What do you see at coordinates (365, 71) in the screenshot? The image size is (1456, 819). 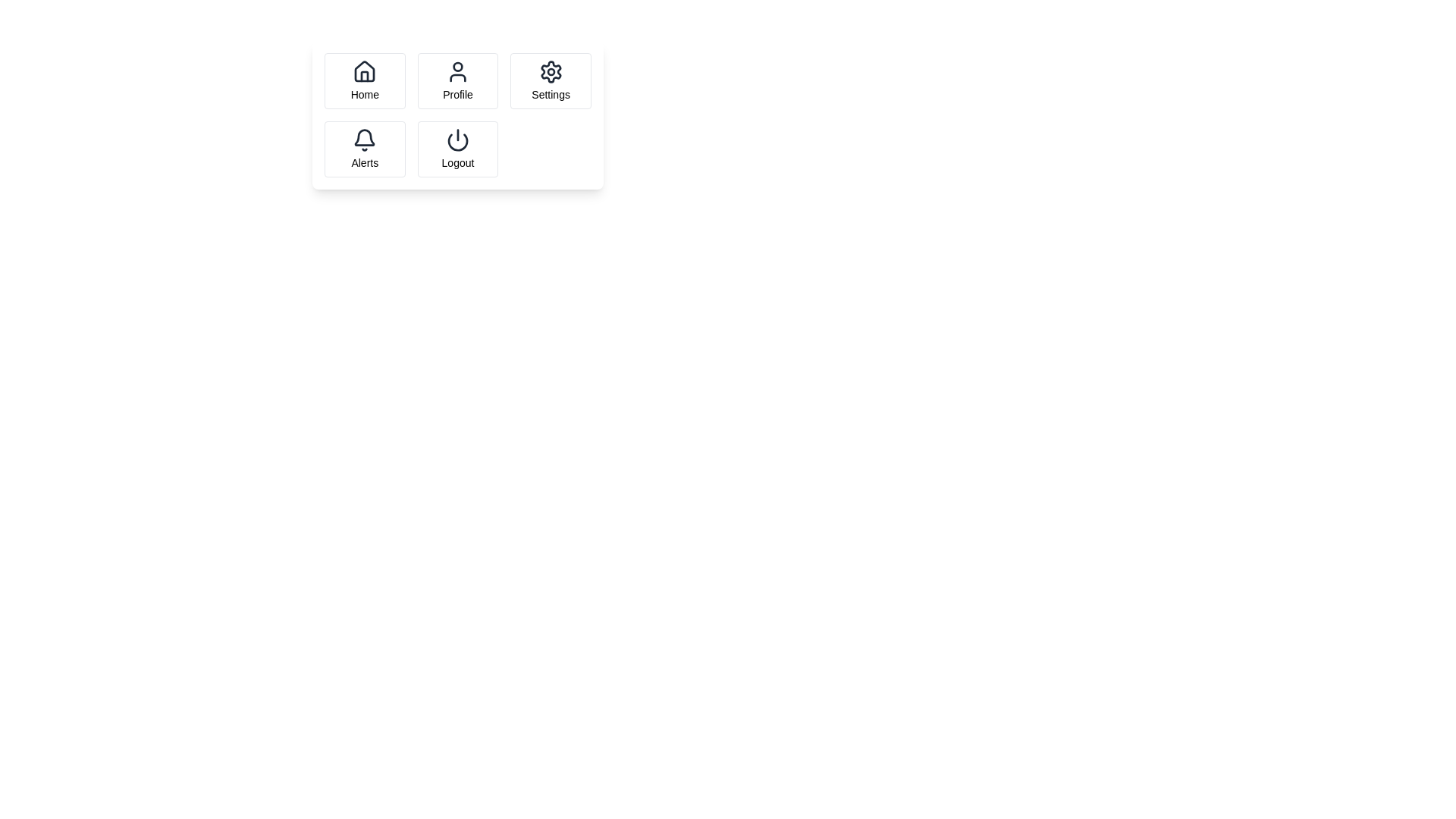 I see `the house-shaped icon` at bounding box center [365, 71].